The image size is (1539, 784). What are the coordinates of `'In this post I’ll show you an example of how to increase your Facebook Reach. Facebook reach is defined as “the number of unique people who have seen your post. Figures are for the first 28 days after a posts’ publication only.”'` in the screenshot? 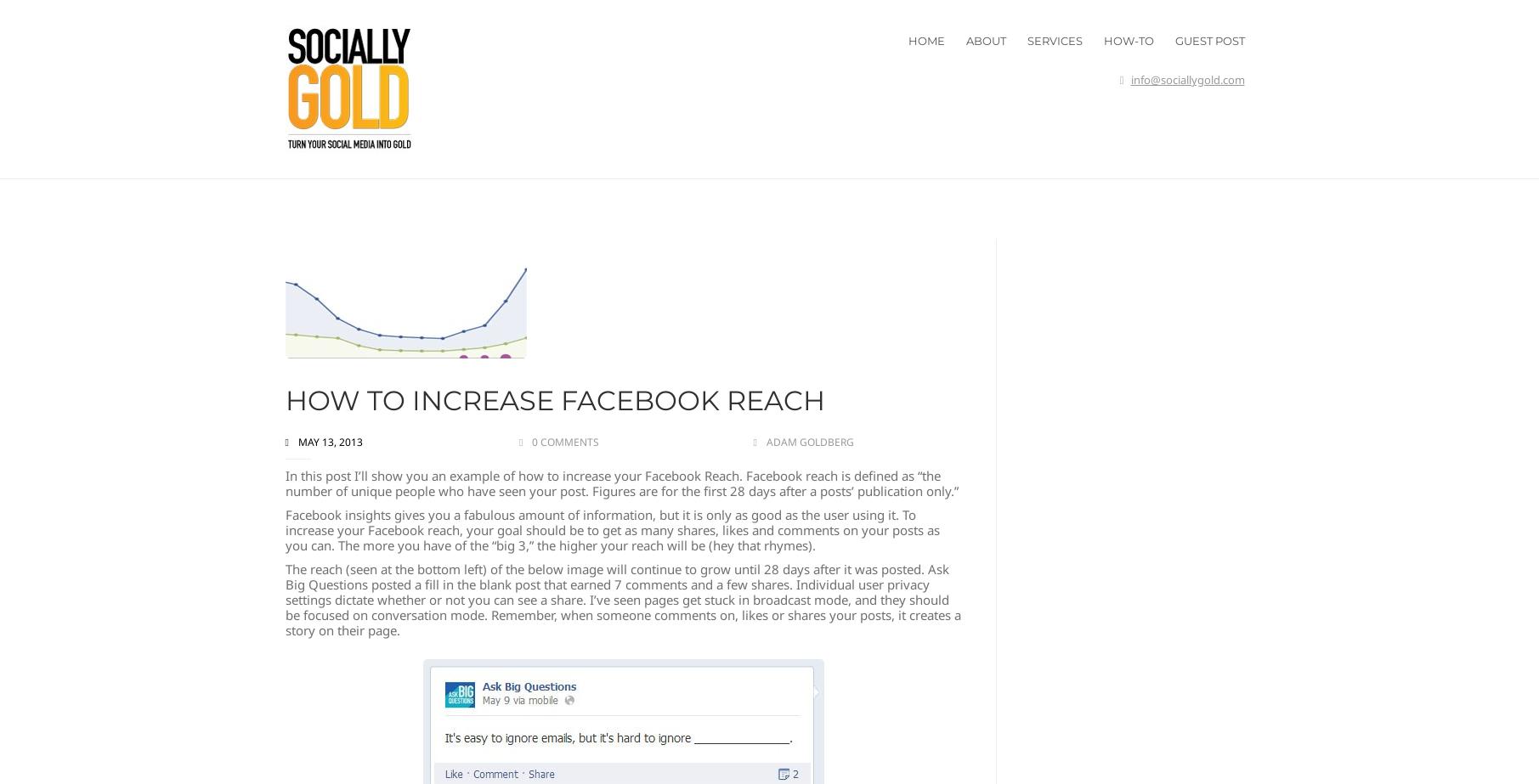 It's located at (620, 482).